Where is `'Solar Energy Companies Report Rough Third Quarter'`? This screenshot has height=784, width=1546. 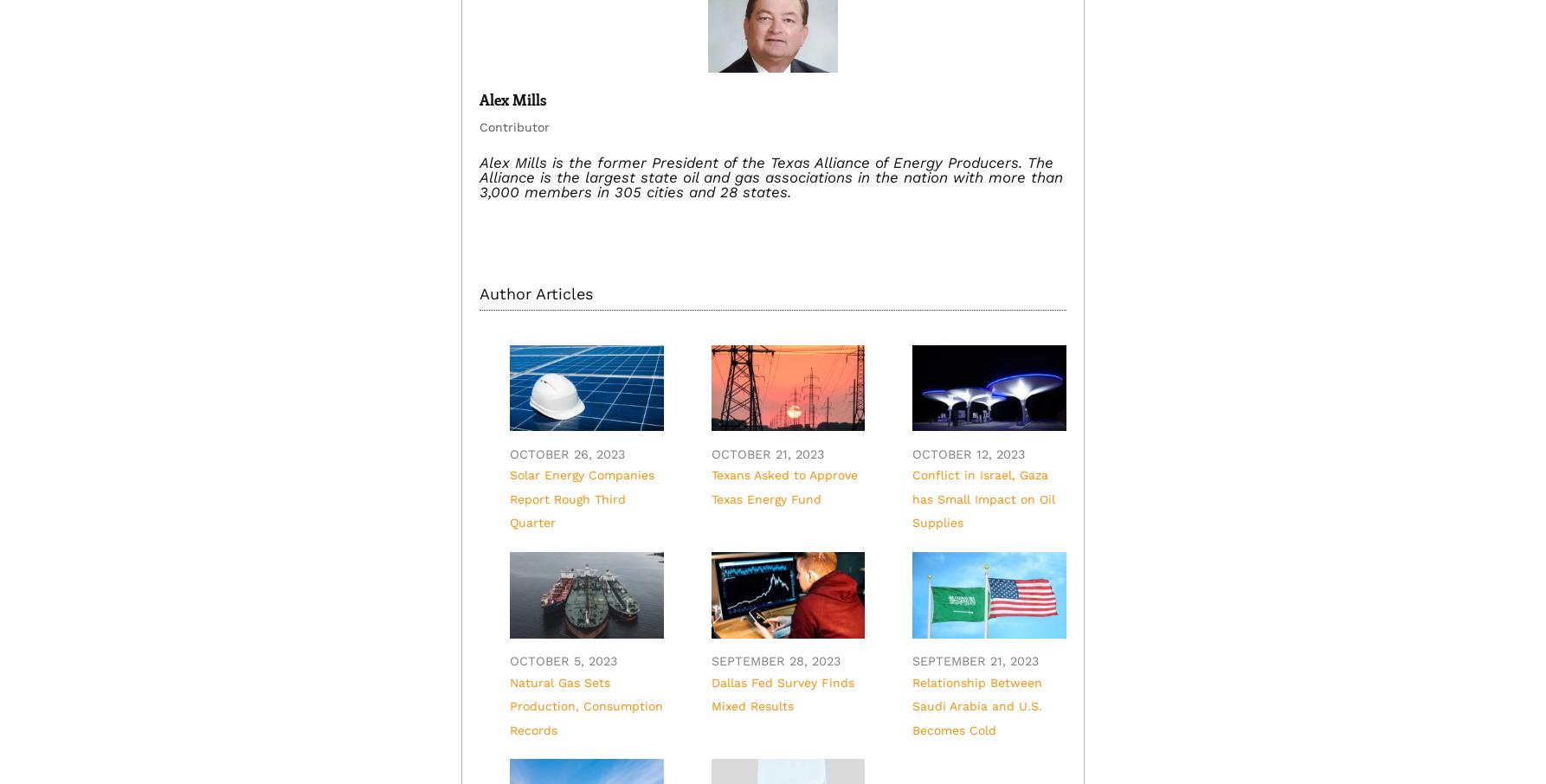 'Solar Energy Companies Report Rough Third Quarter' is located at coordinates (581, 498).